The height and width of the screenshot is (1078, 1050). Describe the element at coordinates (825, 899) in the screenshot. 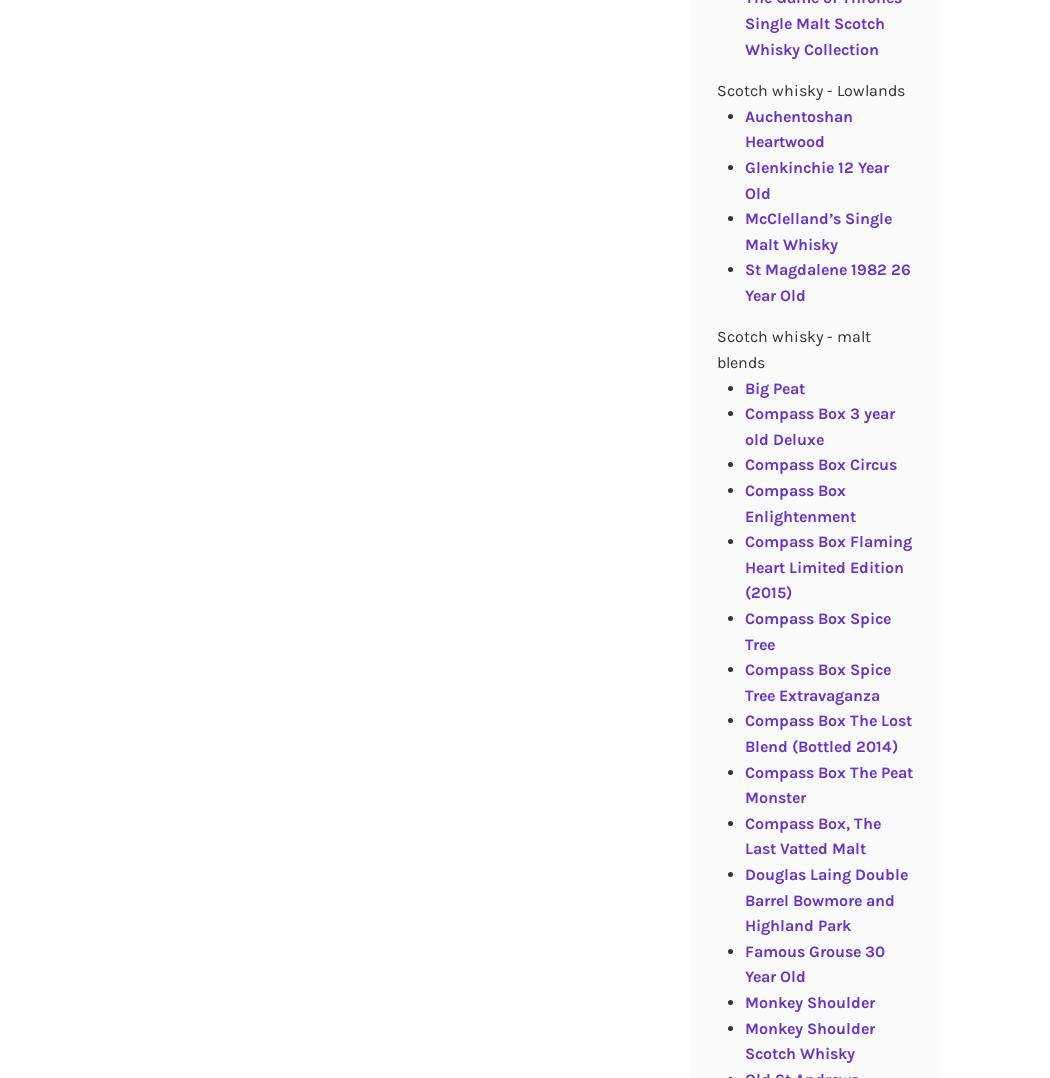

I see `'Douglas Laing Double Barrel Bowmore and Highland Park'` at that location.